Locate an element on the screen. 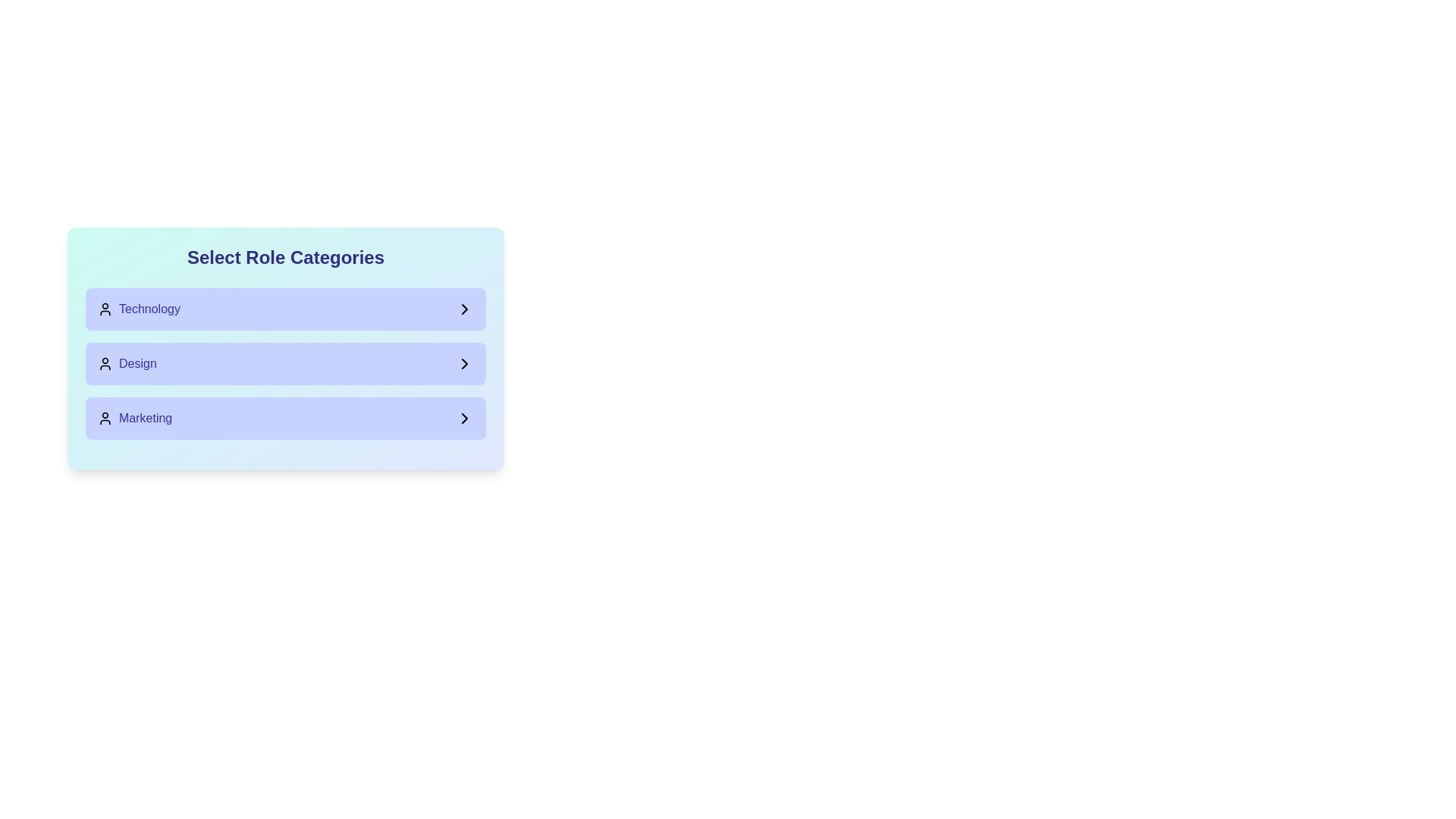  the rightward-pointing arrow icon within the 'Marketing' button, which indicates it can be interacted with for further options is located at coordinates (464, 418).